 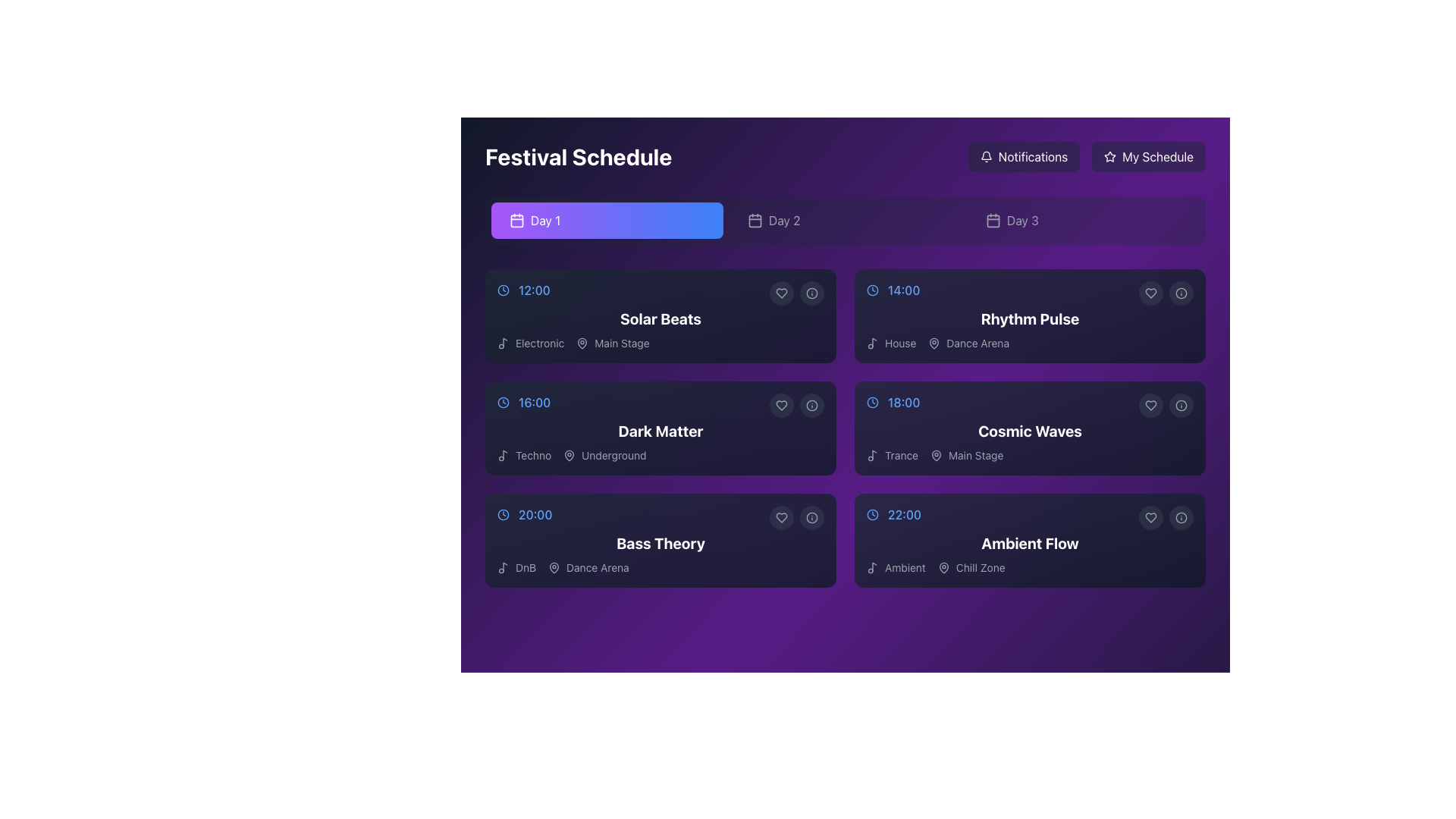 I want to click on the musical note icon located in the bottom-right card labeled 'Ambient Flow', positioned to the left of the text 'Ambient', for information, so click(x=873, y=567).